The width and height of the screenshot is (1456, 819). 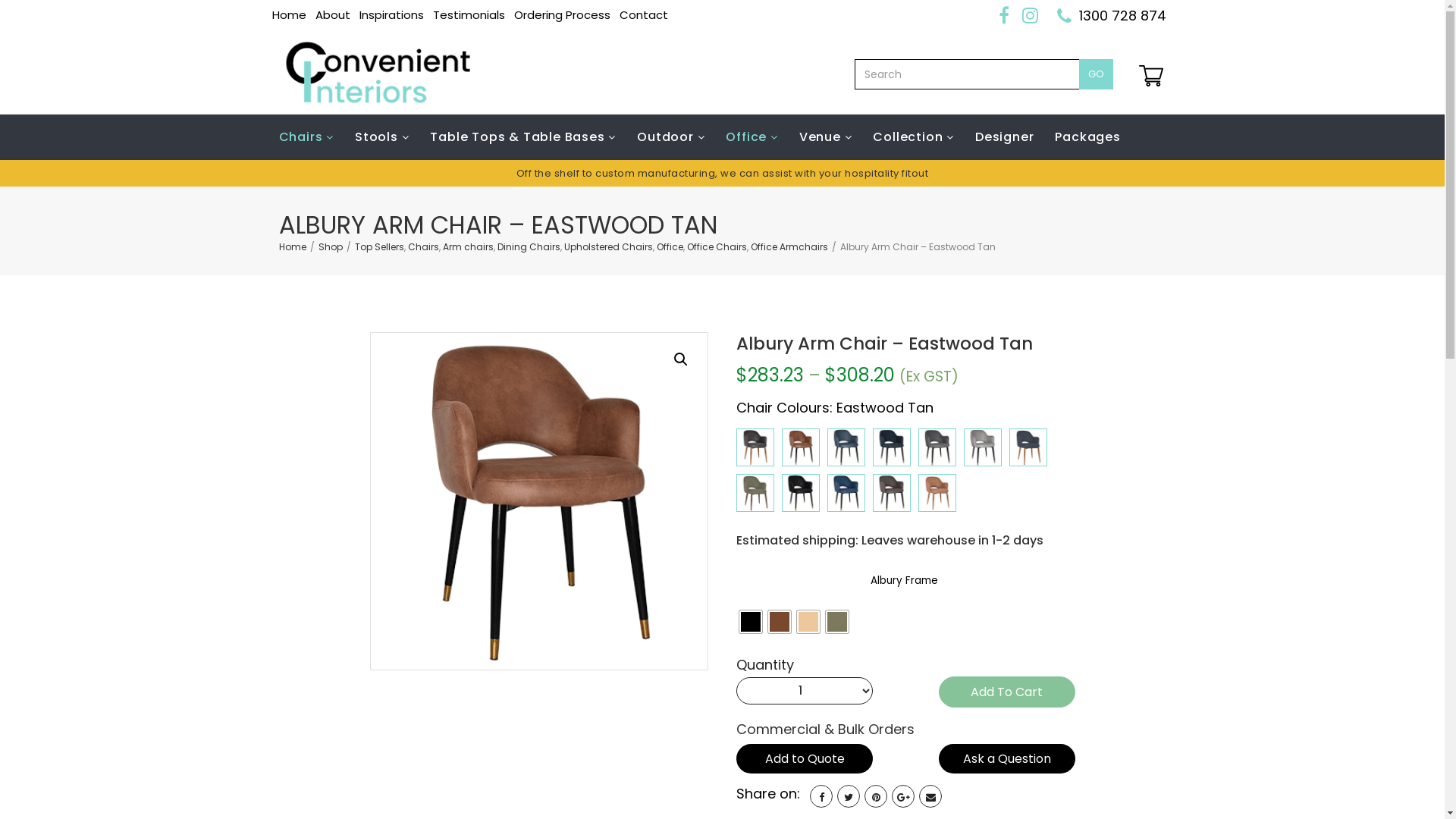 I want to click on 'Chairs', so click(x=311, y=137).